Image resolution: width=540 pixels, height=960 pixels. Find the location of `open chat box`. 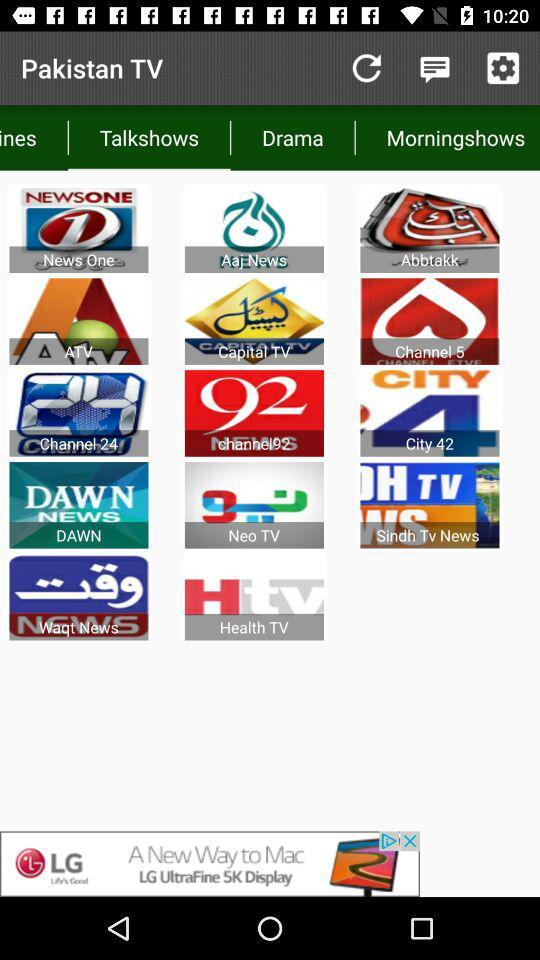

open chat box is located at coordinates (434, 68).